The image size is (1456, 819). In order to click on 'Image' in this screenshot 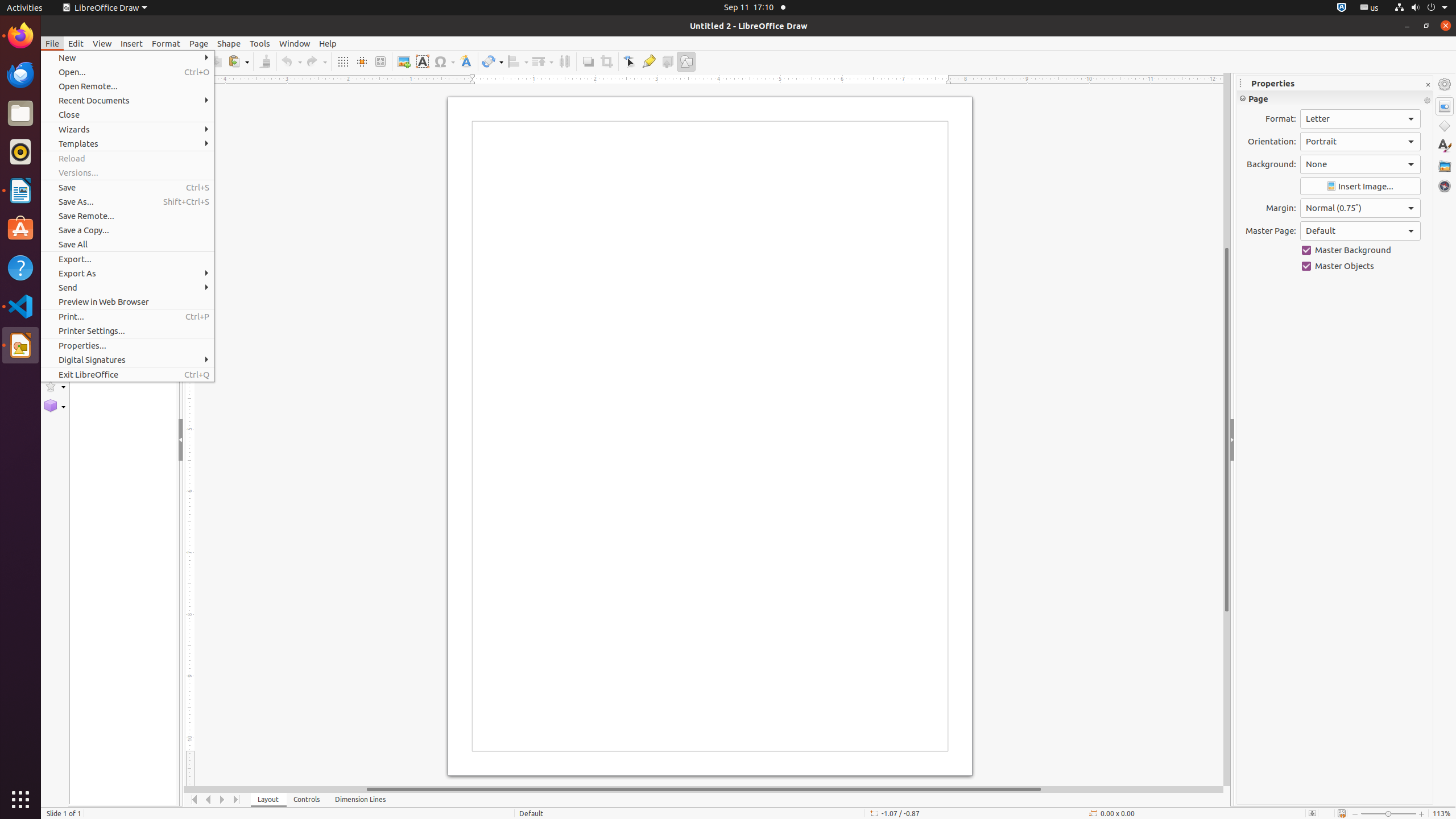, I will do `click(403, 61)`.